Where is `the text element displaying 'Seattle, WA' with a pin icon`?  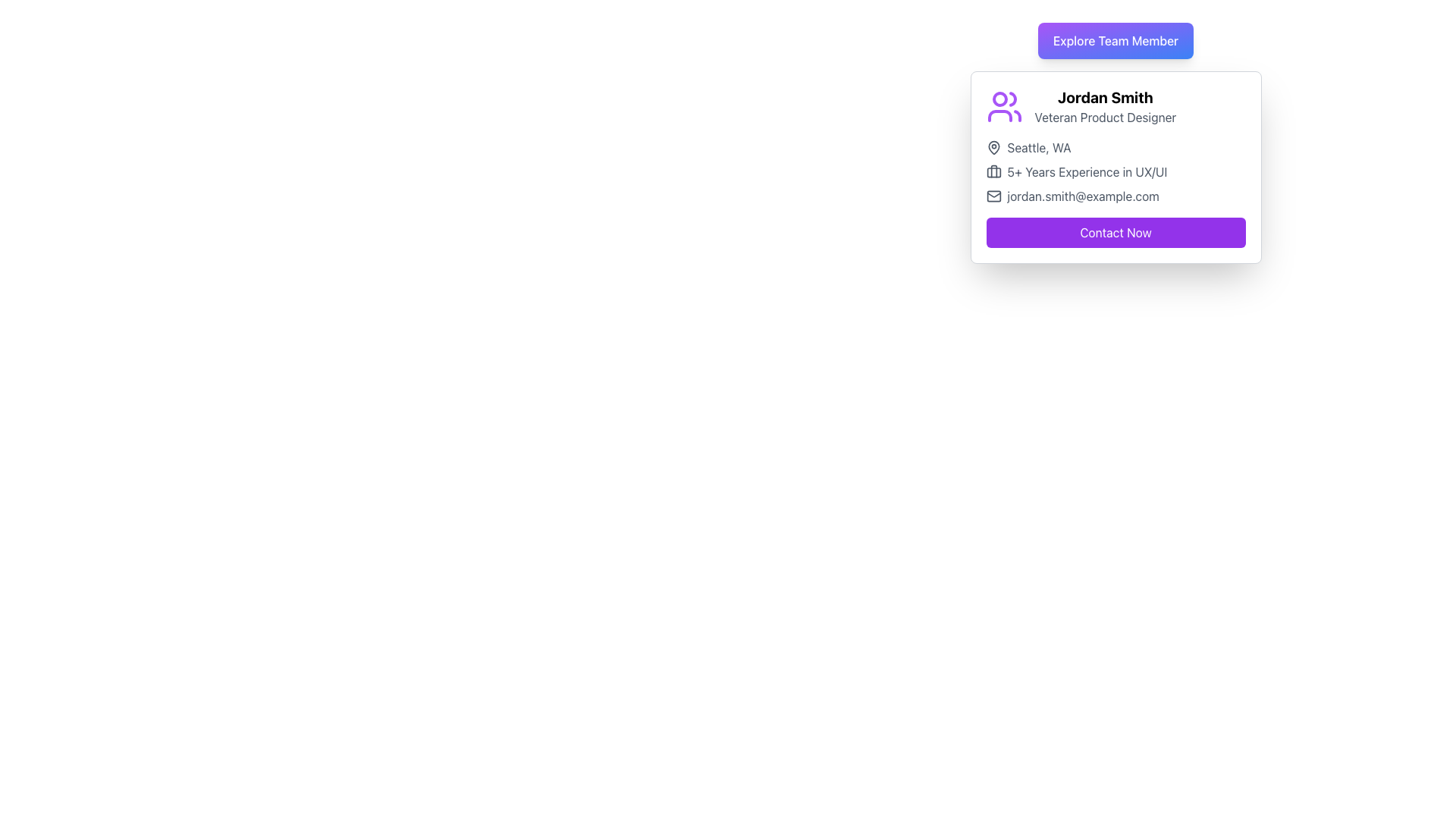 the text element displaying 'Seattle, WA' with a pin icon is located at coordinates (1116, 148).